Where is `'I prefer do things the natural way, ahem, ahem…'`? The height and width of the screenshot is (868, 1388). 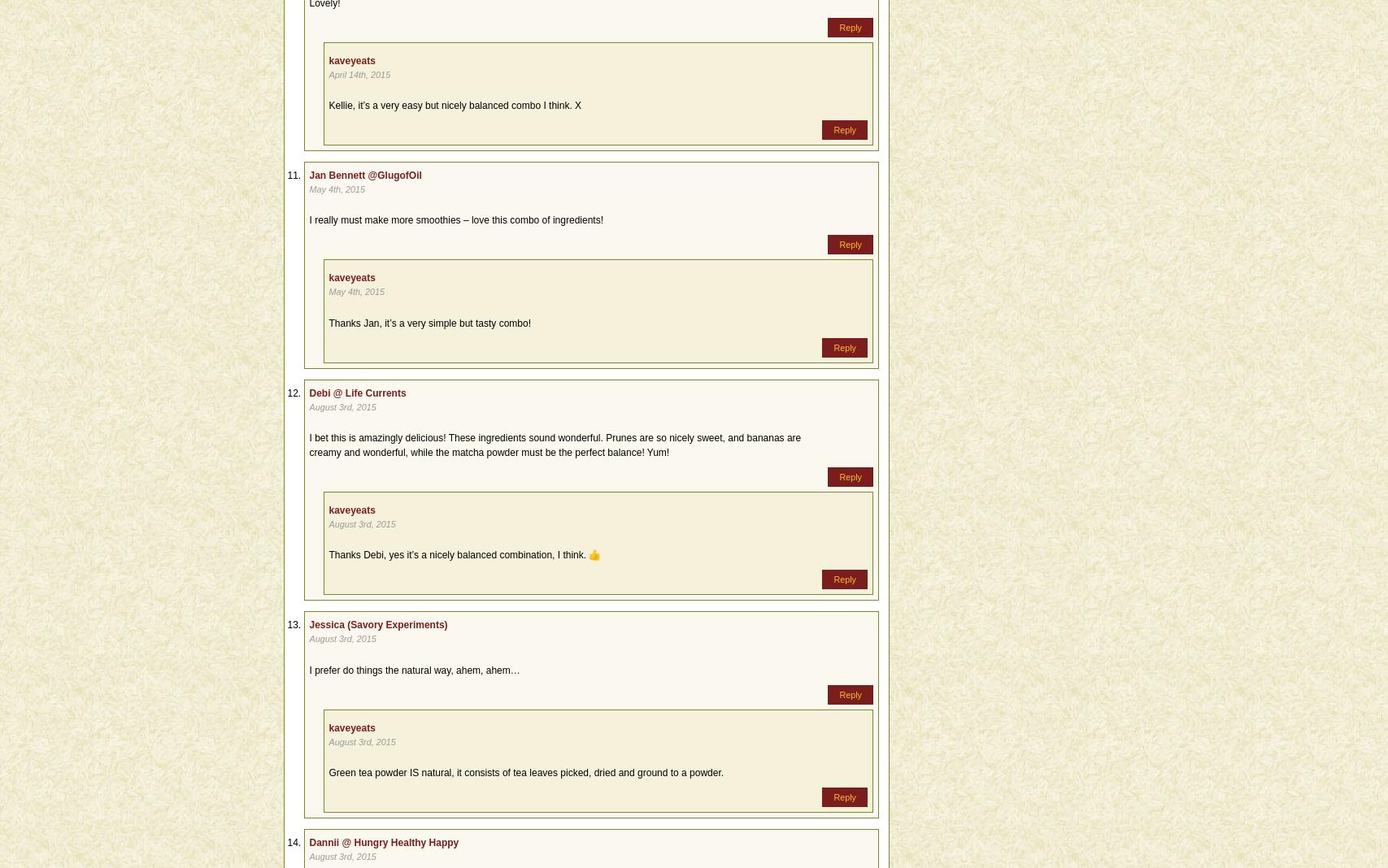 'I prefer do things the natural way, ahem, ahem…' is located at coordinates (308, 668).